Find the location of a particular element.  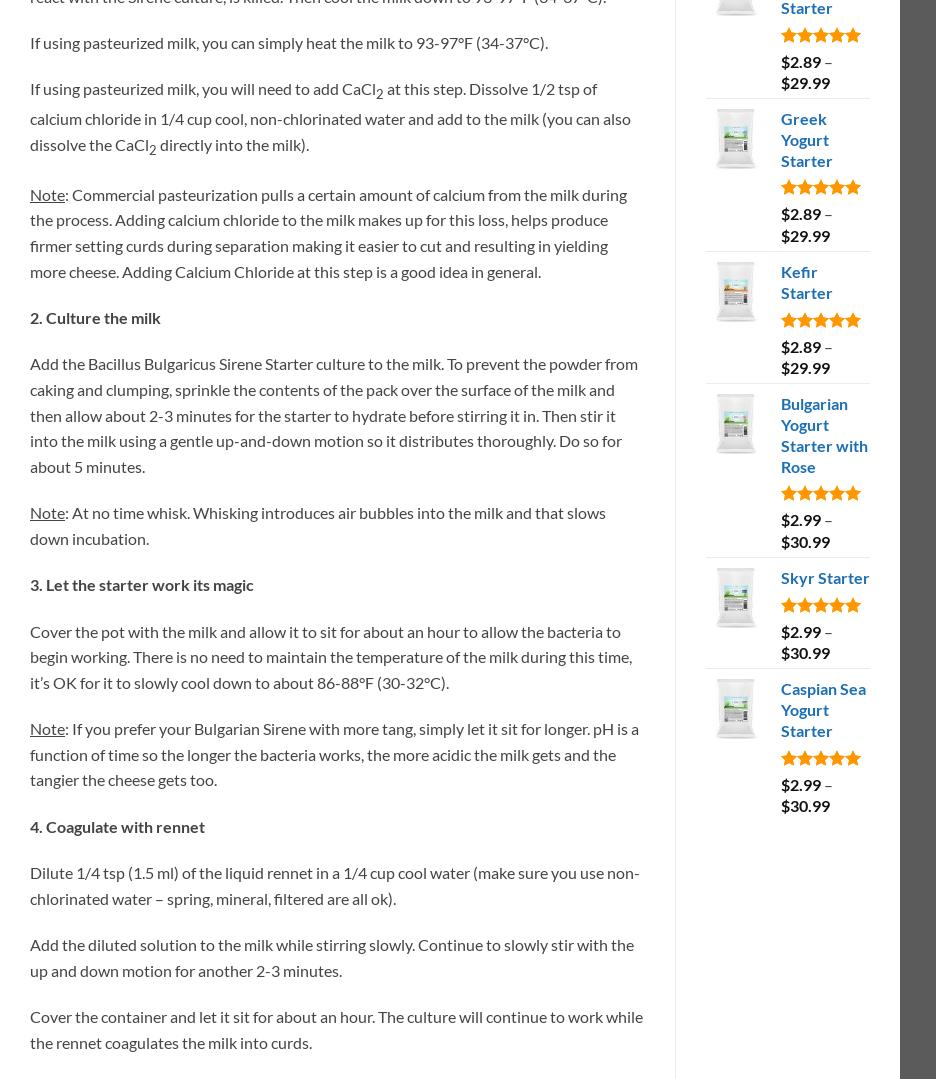

'If using pasteurized milk, you can simply heat the milk to 93-97°F (34-37°C).' is located at coordinates (289, 42).